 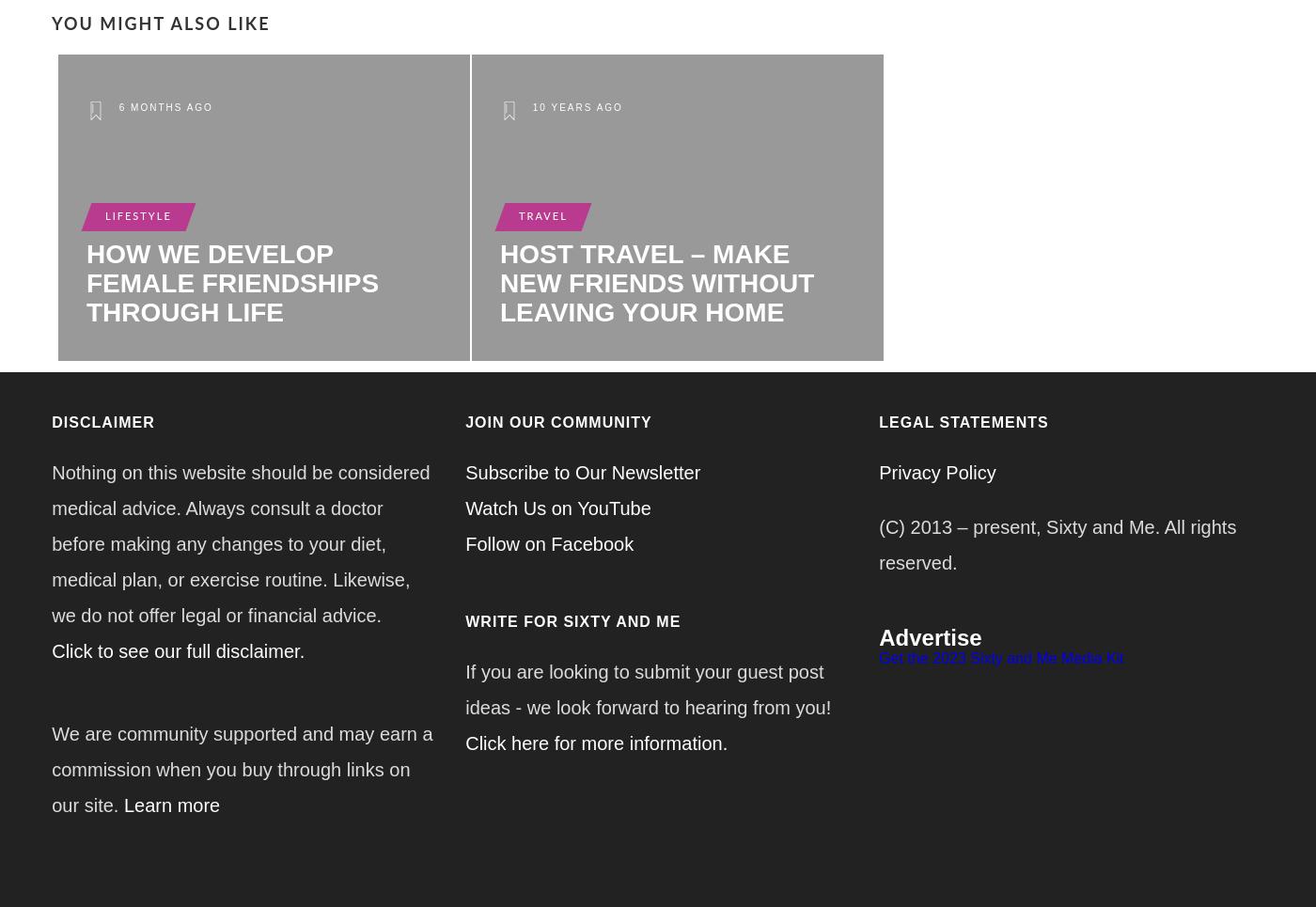 What do you see at coordinates (1057, 544) in the screenshot?
I see `'(C) 2013 – present, Sixty and Me. All rights reserved.'` at bounding box center [1057, 544].